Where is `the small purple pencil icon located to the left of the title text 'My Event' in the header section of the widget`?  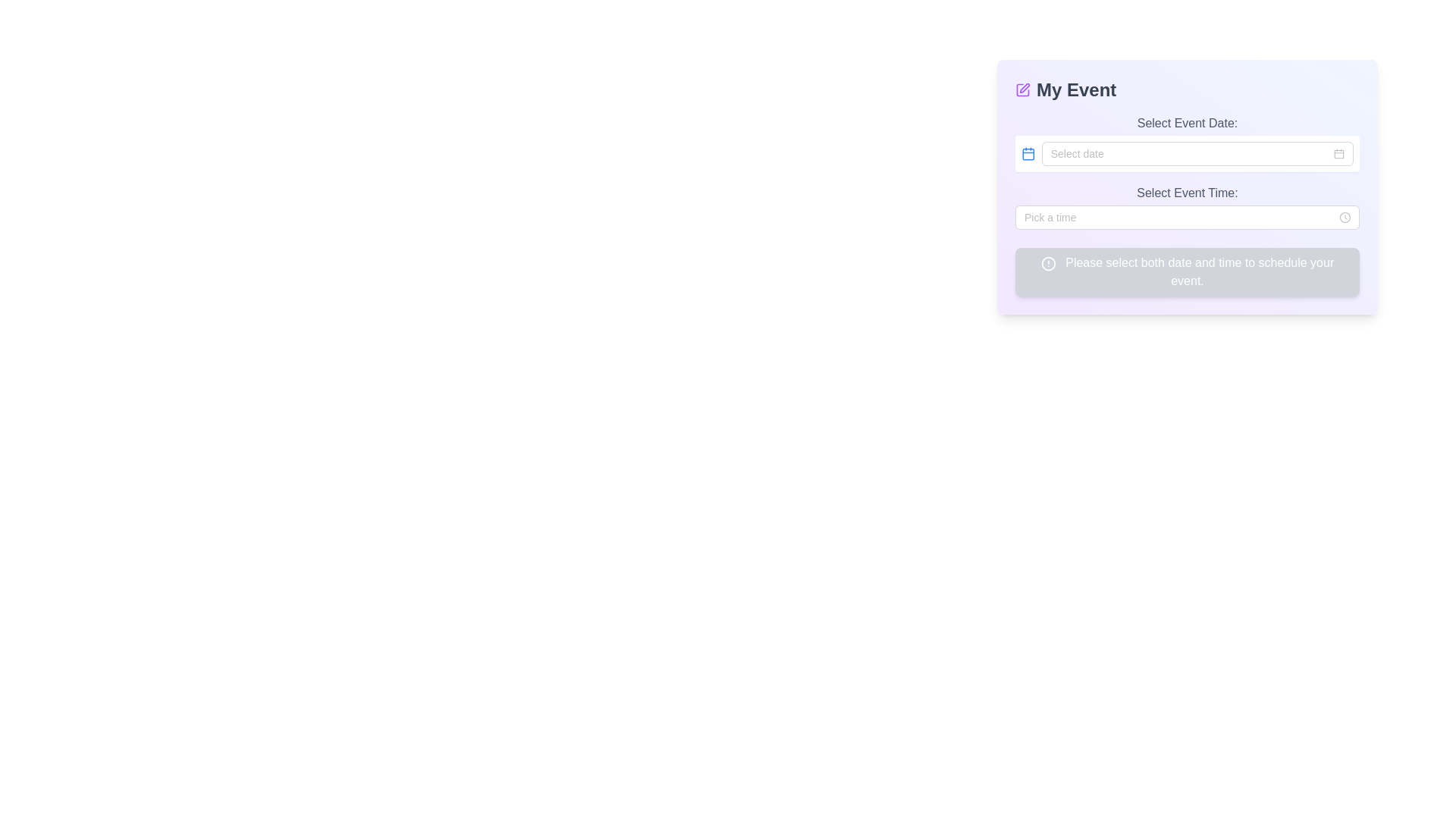
the small purple pencil icon located to the left of the title text 'My Event' in the header section of the widget is located at coordinates (1022, 90).